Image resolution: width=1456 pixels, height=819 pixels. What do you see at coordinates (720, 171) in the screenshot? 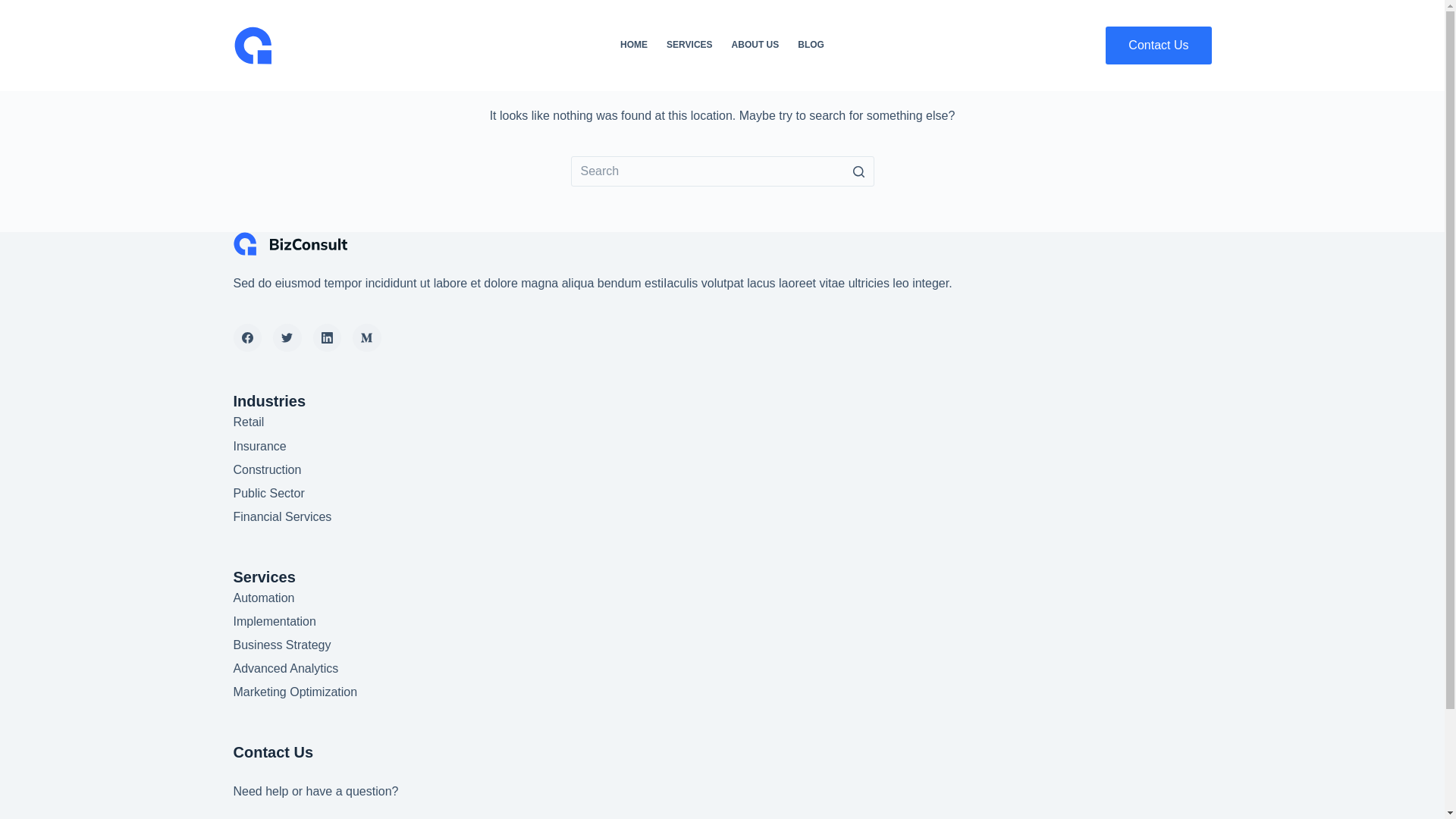
I see `'Search for...'` at bounding box center [720, 171].